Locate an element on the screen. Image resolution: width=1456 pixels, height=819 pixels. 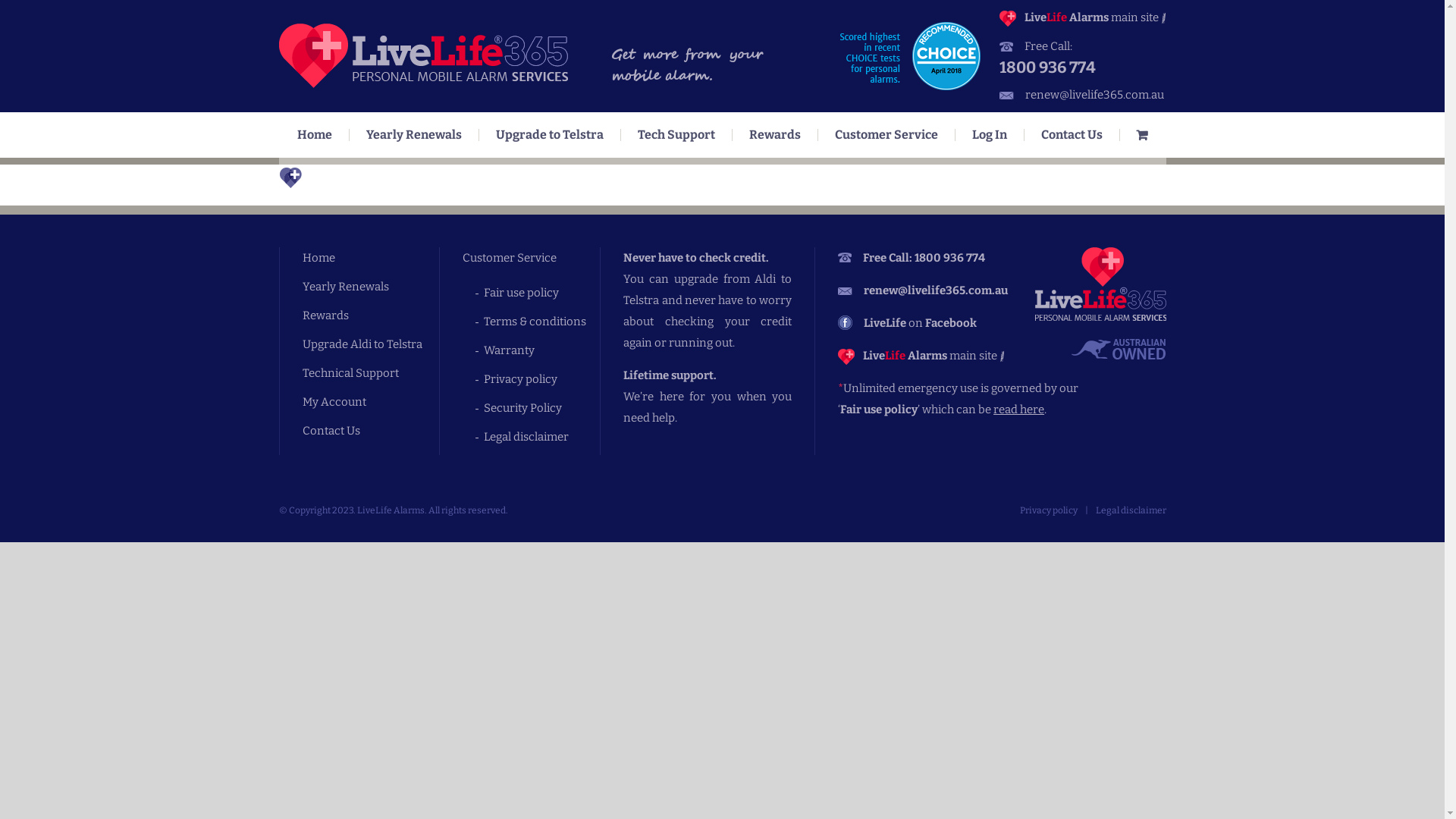
'Terms & conditions' is located at coordinates (541, 321).